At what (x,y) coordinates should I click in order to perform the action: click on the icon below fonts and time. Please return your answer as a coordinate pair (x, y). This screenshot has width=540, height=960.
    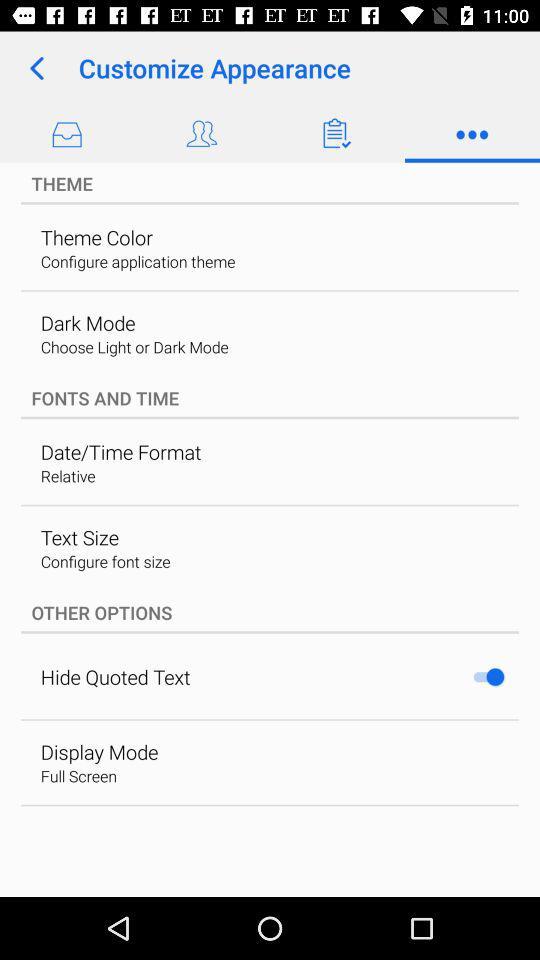
    Looking at the image, I should click on (121, 452).